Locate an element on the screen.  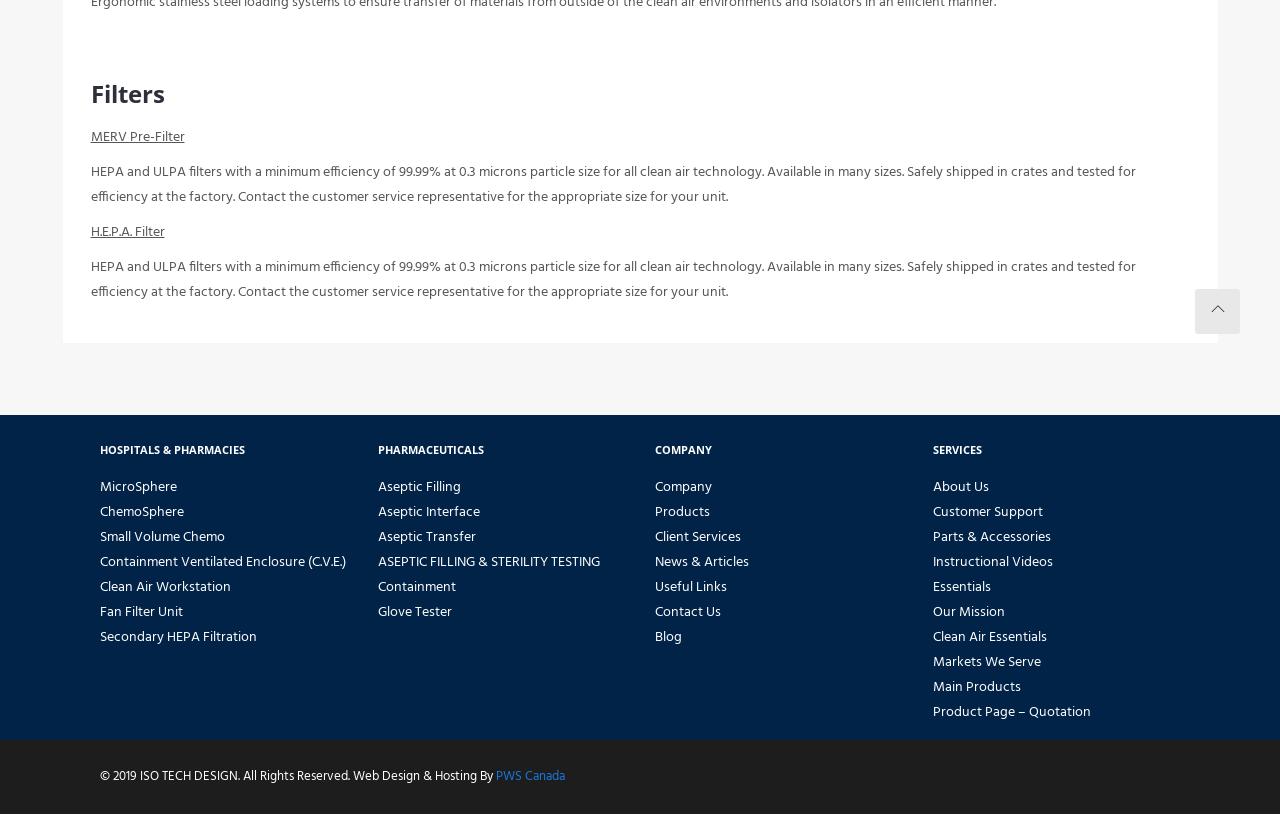
'News & Articles' is located at coordinates (701, 576).